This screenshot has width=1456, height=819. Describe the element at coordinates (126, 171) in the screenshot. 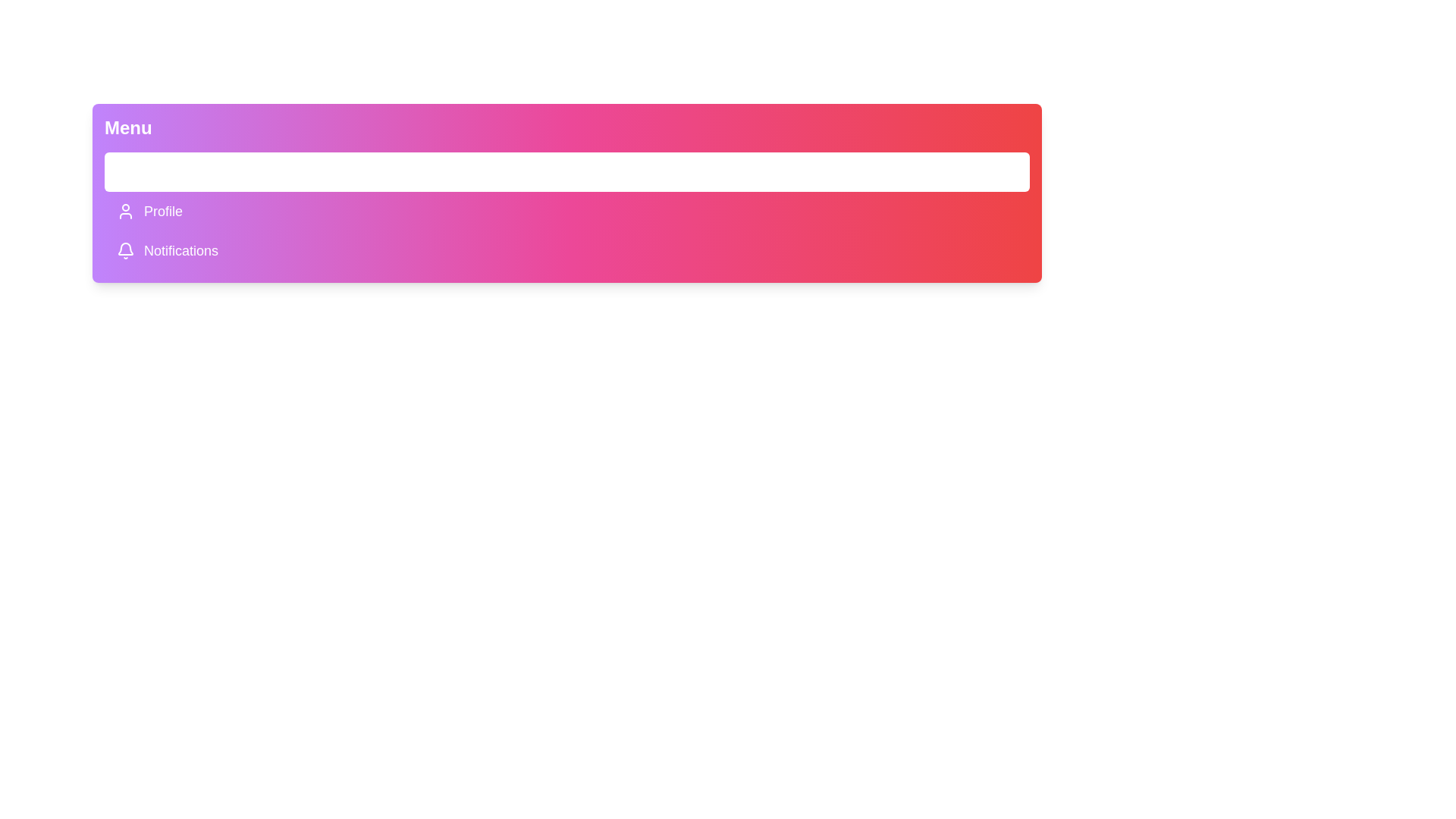

I see `the icon of the 'Home' menu item to observe its details` at that location.